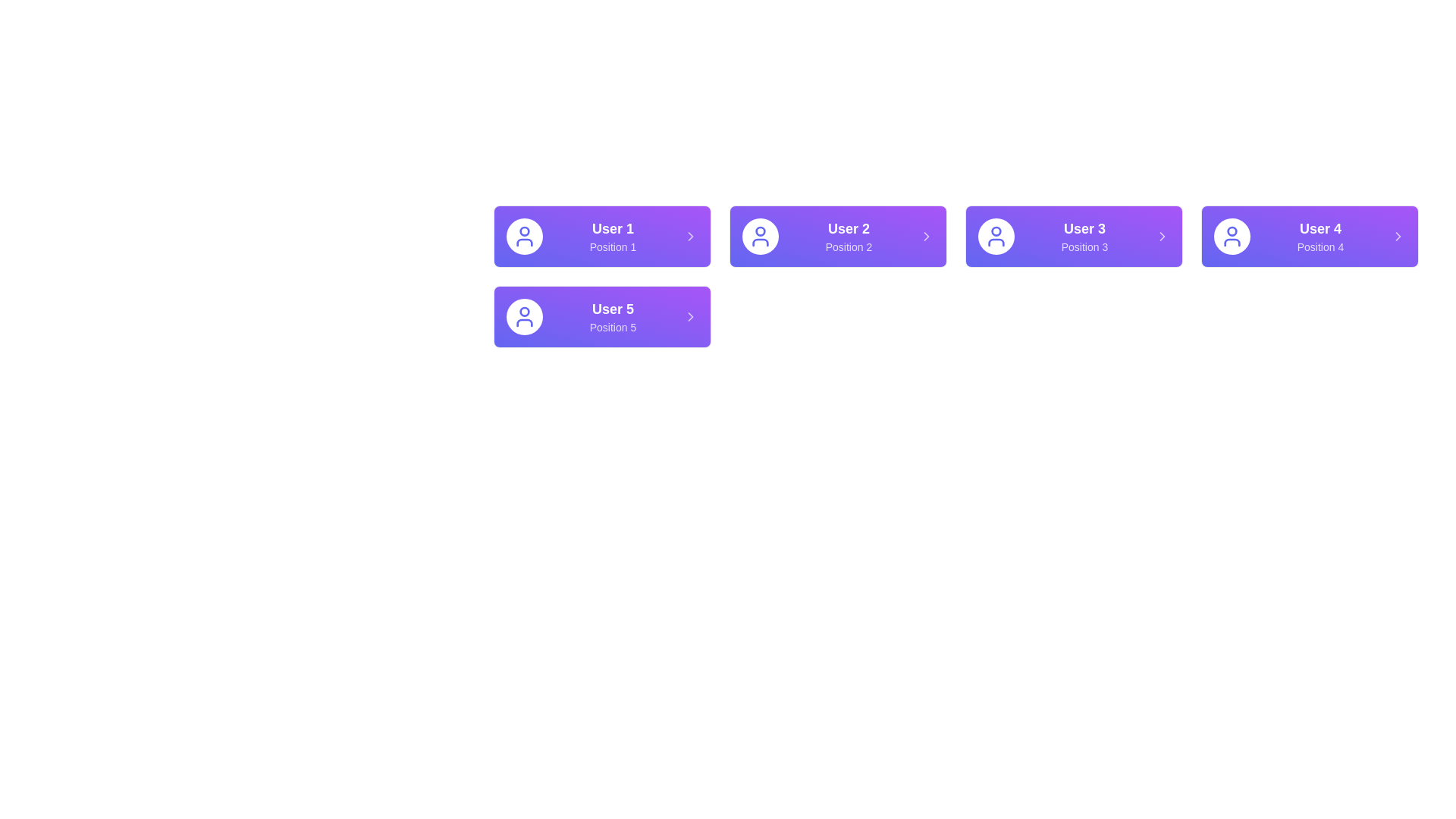  Describe the element at coordinates (524, 237) in the screenshot. I see `the user avatar icon representing 'User 1', located at the top-left corner of the grid layout` at that location.